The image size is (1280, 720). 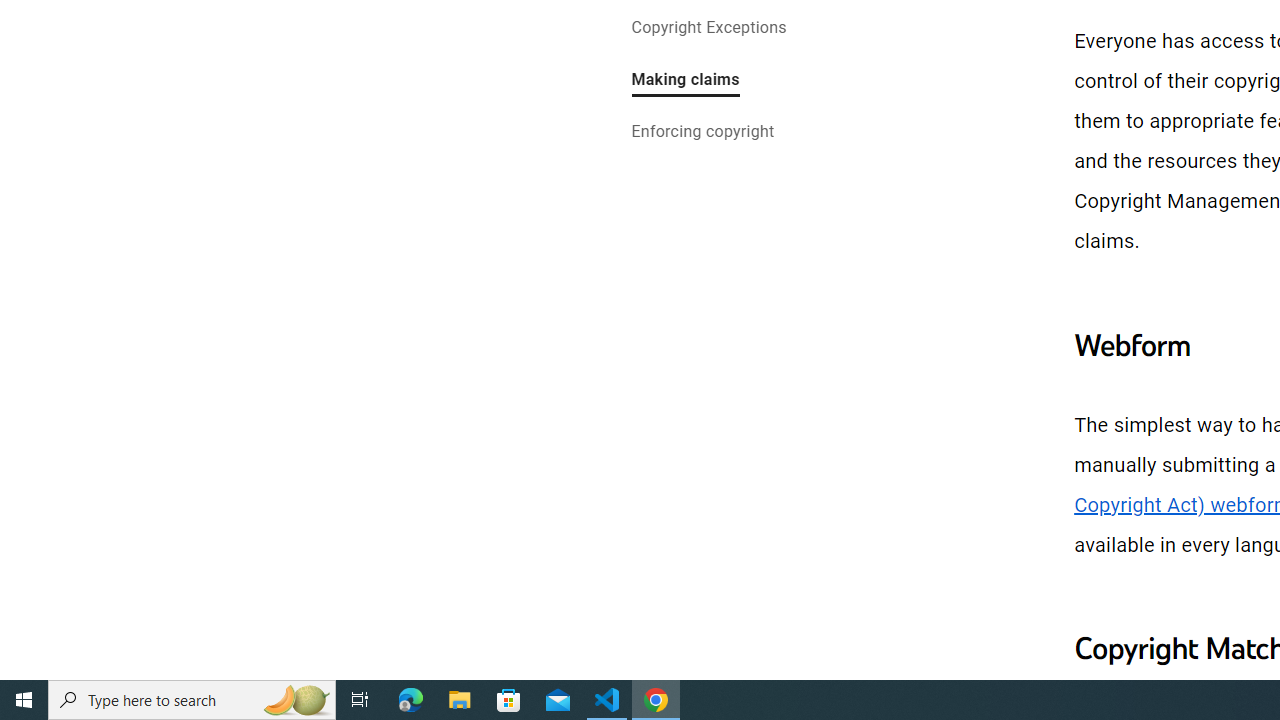 What do you see at coordinates (685, 80) in the screenshot?
I see `'Making claims'` at bounding box center [685, 80].